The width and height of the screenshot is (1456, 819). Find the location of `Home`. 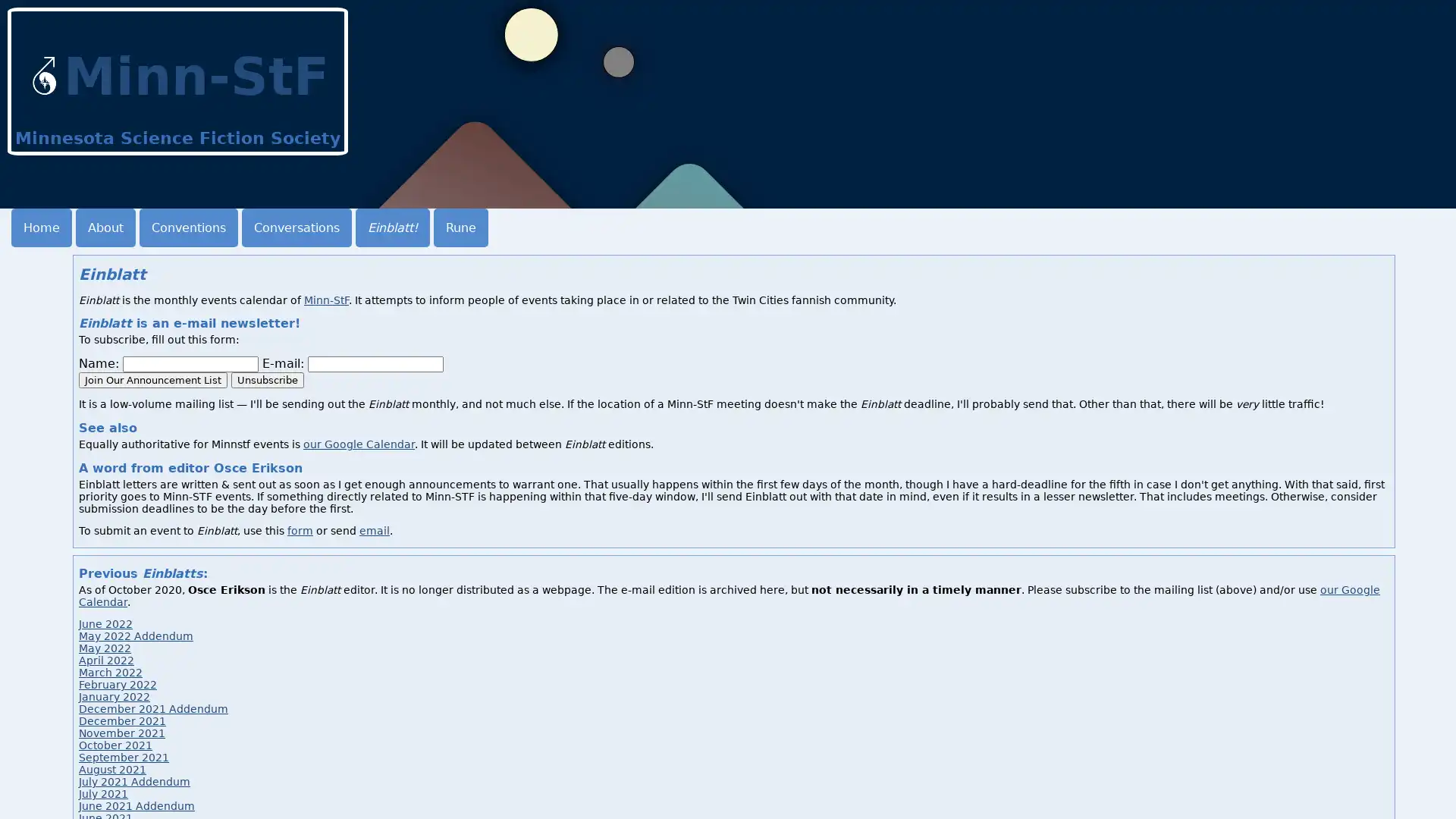

Home is located at coordinates (41, 227).